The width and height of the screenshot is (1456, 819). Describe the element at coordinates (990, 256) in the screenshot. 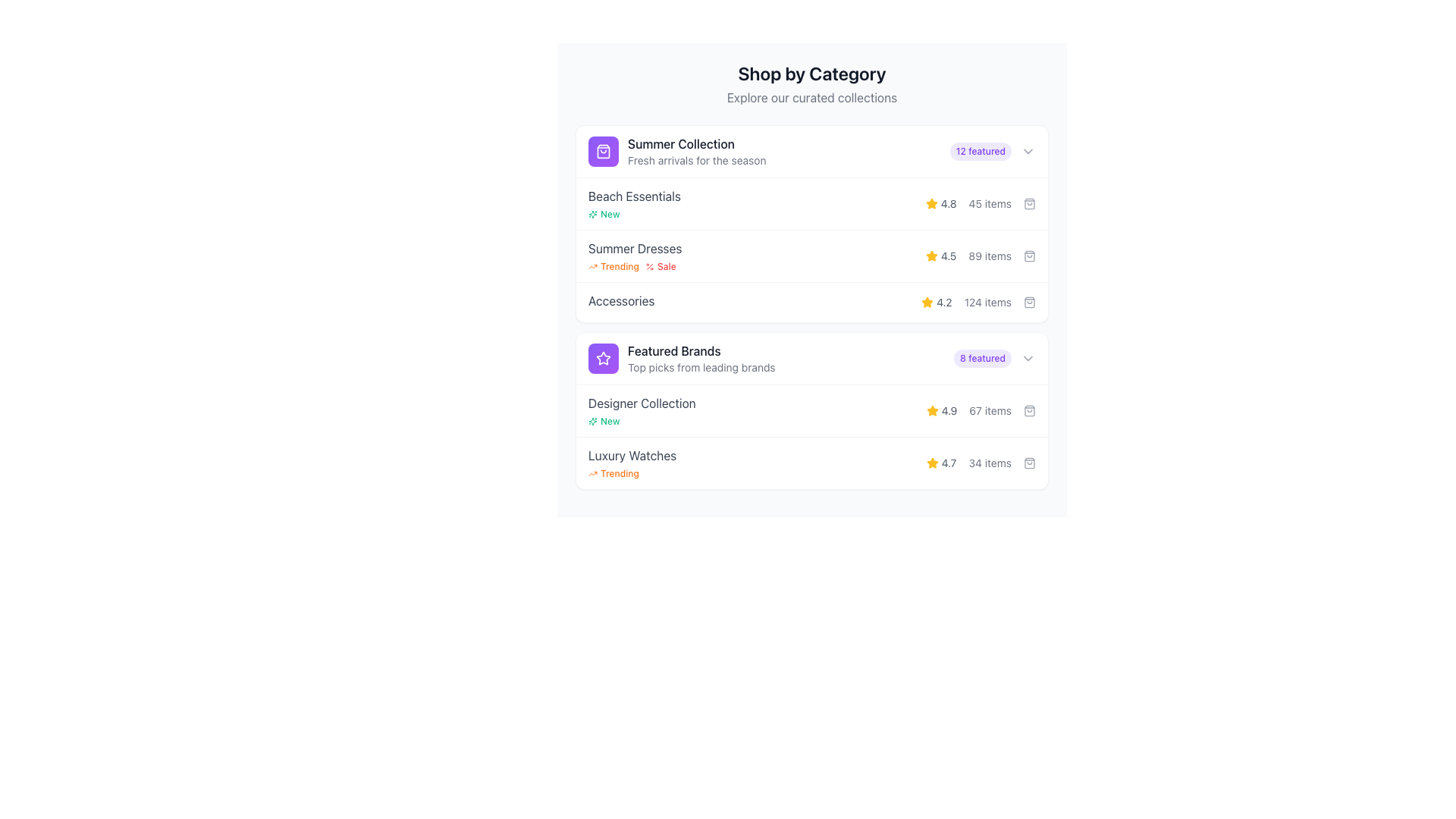

I see `informational text displaying the count of items available under the 'Summer Dresses' category, located in the rightmost part of the horizontal section below the 'Summer Dresses' title` at that location.